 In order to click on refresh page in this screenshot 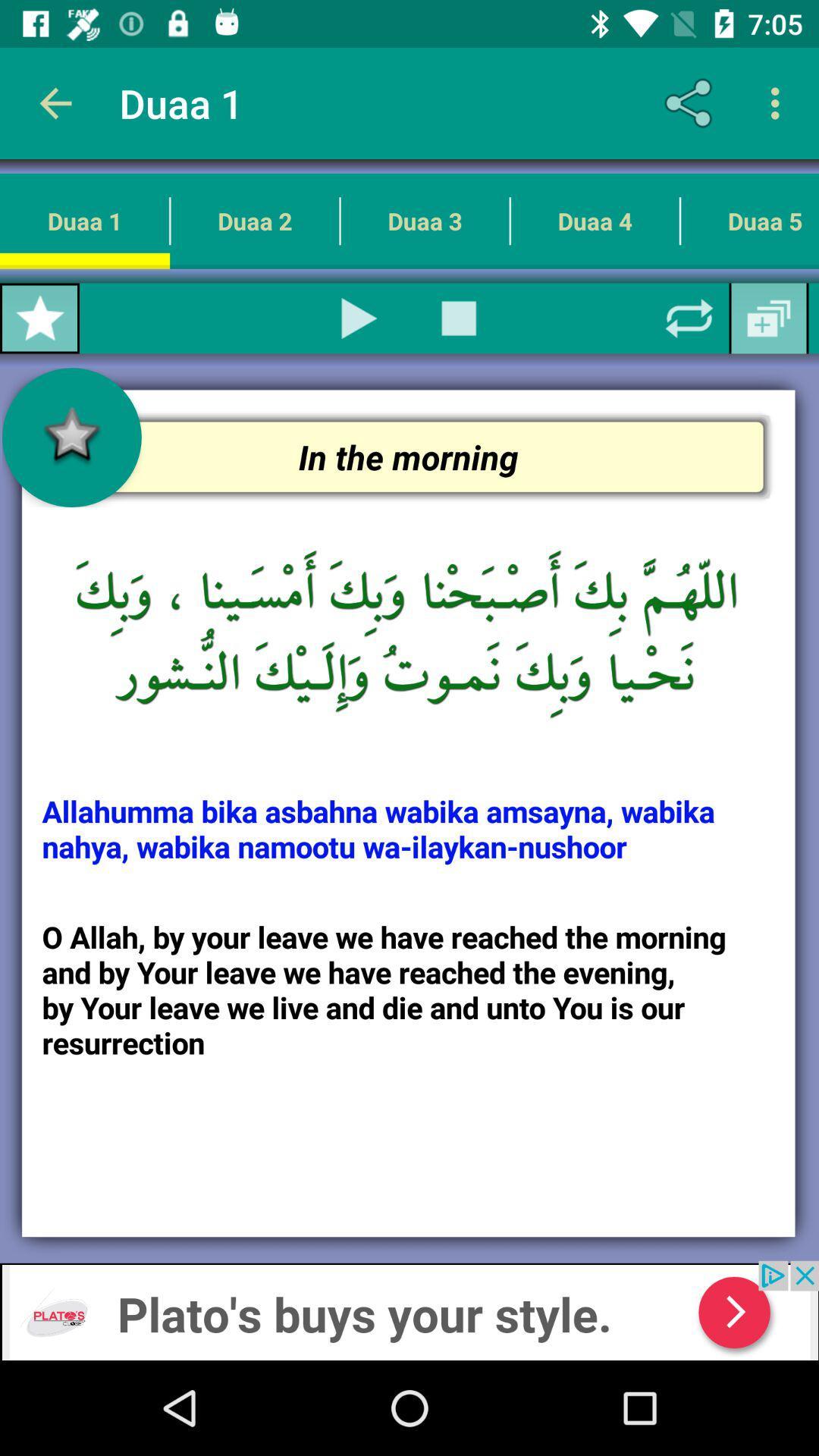, I will do `click(689, 318)`.